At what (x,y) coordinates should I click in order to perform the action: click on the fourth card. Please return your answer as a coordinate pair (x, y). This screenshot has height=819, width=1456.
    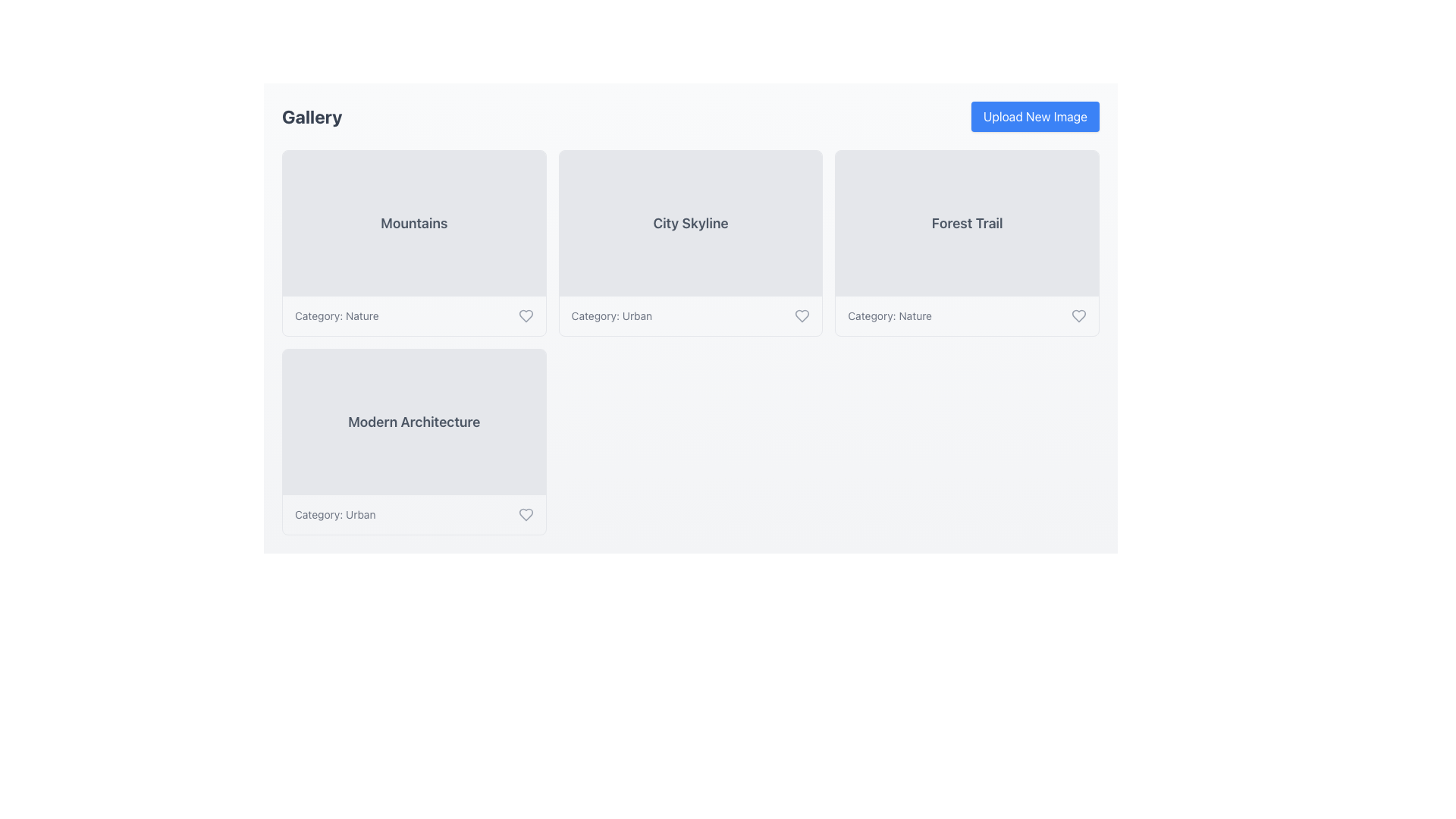
    Looking at the image, I should click on (414, 441).